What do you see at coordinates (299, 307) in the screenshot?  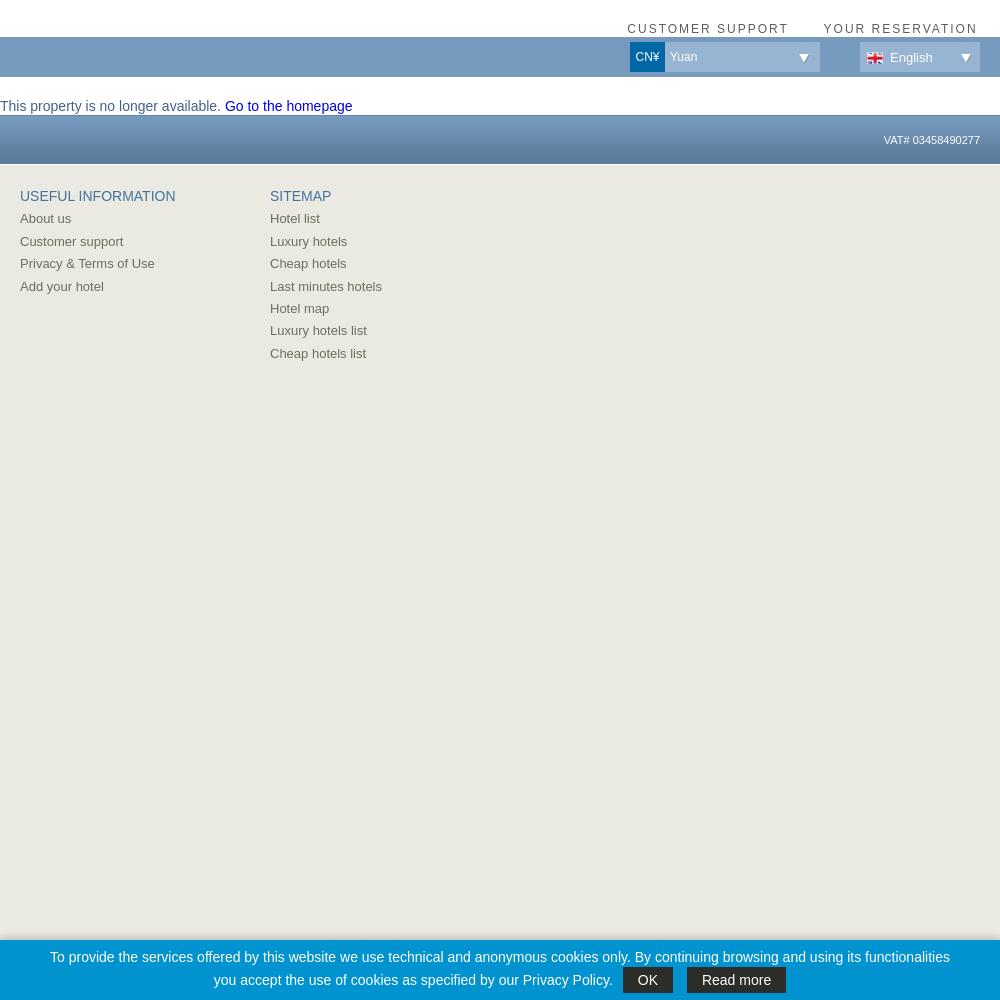 I see `'Hotel map'` at bounding box center [299, 307].